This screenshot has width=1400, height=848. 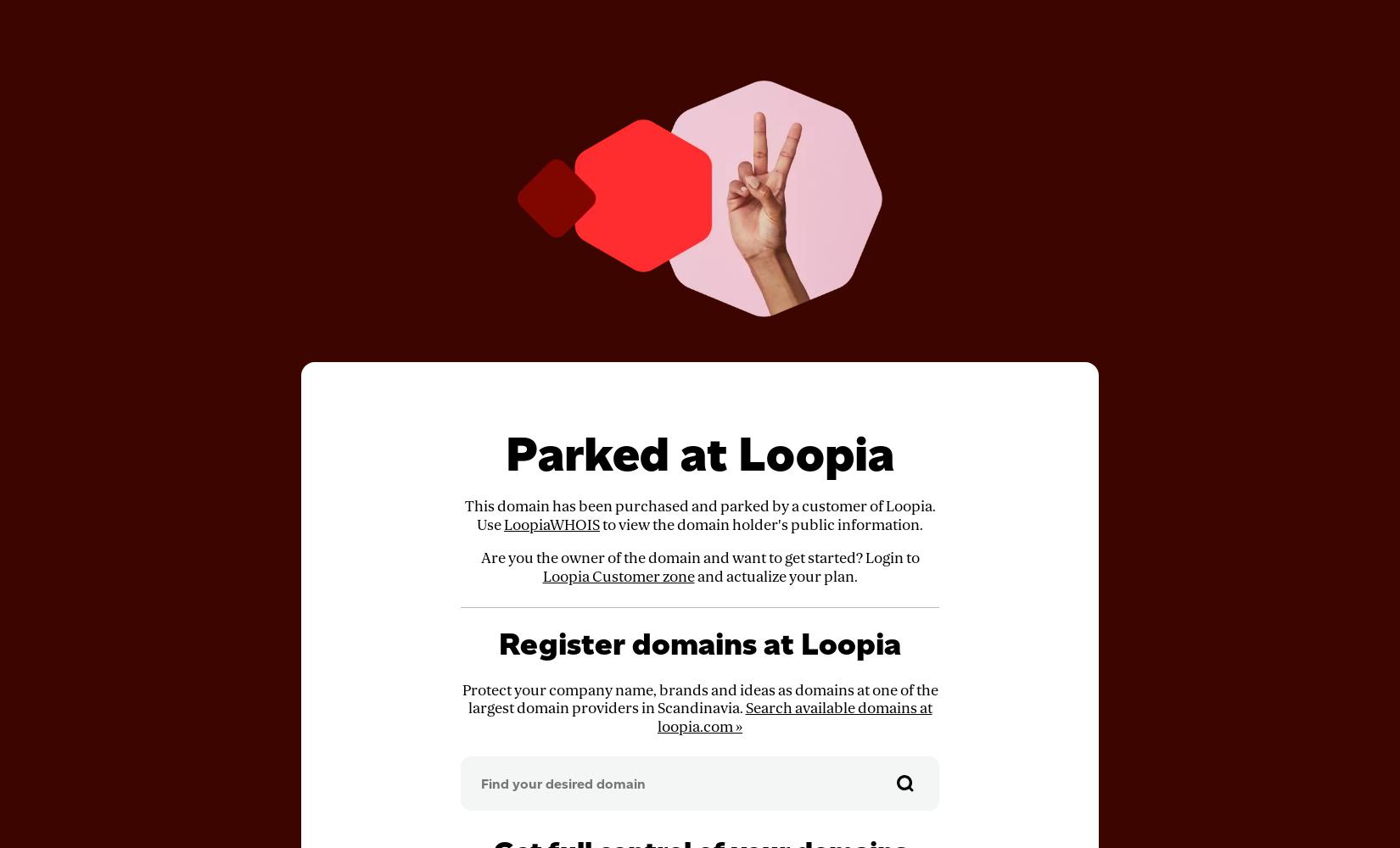 What do you see at coordinates (794, 717) in the screenshot?
I see `'Search available domains at loopia.com »'` at bounding box center [794, 717].